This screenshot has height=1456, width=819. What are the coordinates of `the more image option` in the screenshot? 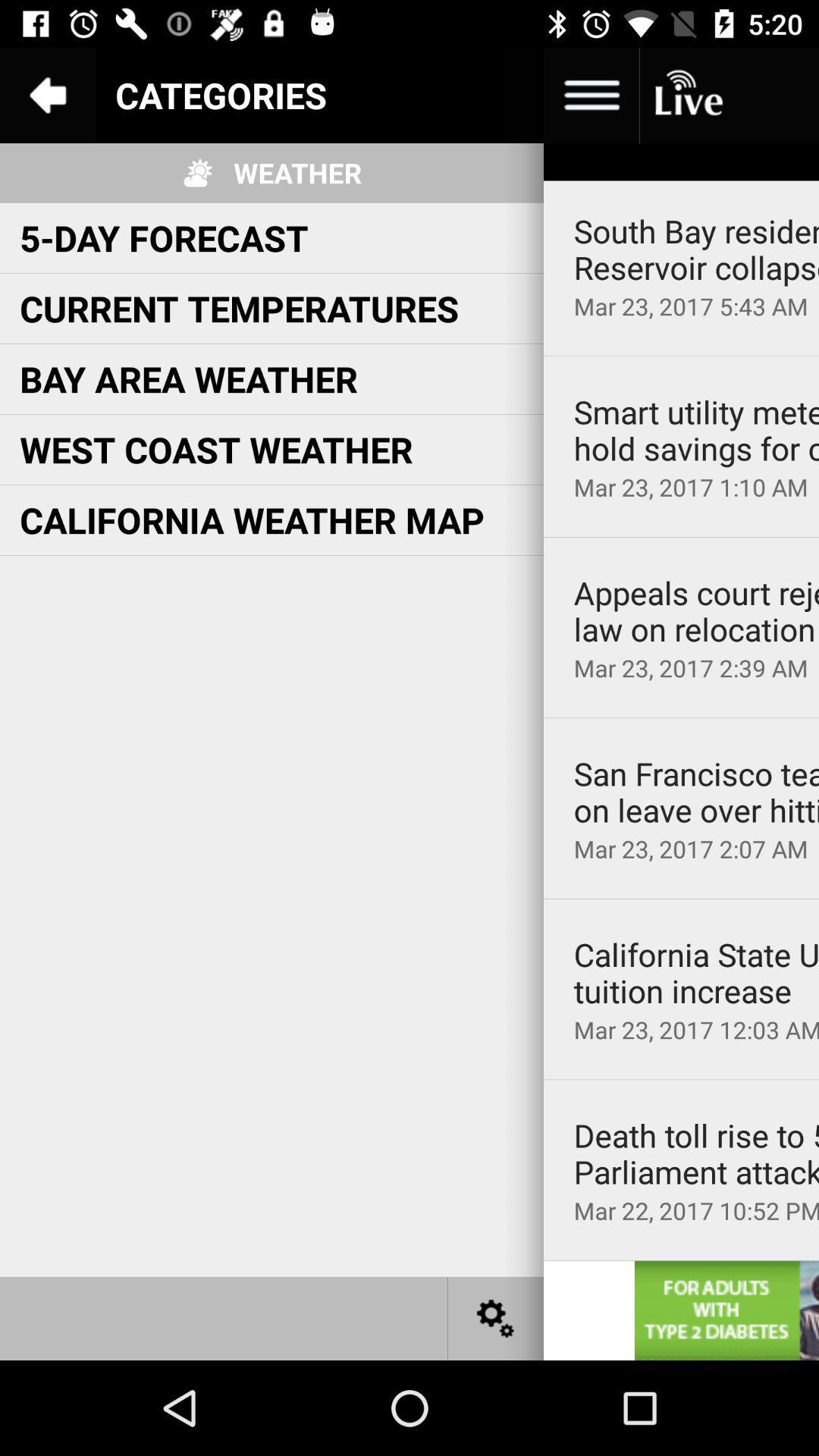 It's located at (590, 94).